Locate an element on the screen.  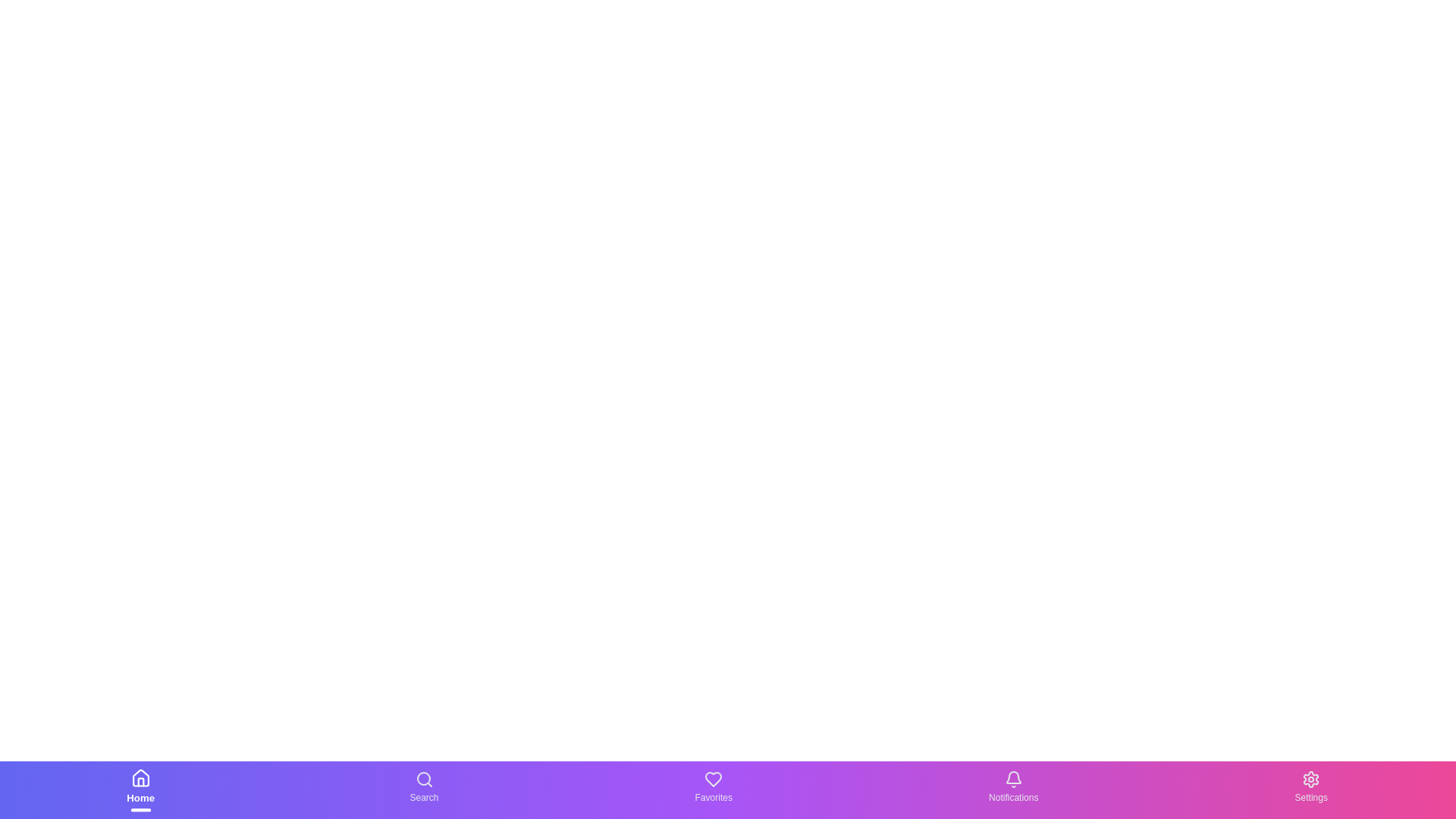
the Search text label in the bottom navigation is located at coordinates (424, 789).